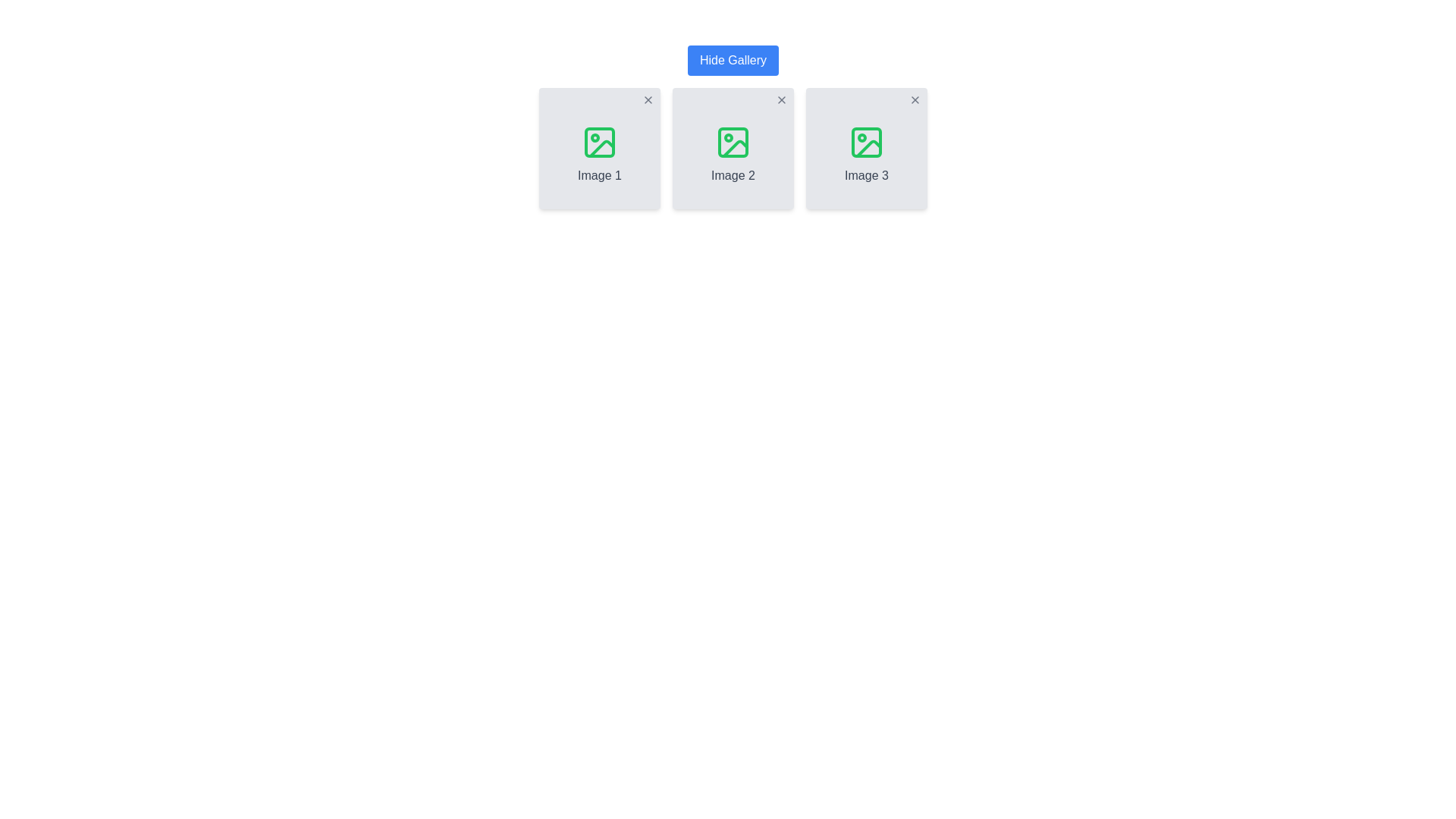 This screenshot has width=1456, height=819. What do you see at coordinates (733, 174) in the screenshot?
I see `the text label displaying 'Image 2', which is styled with a light gray color and is positioned below a green image icon` at bounding box center [733, 174].